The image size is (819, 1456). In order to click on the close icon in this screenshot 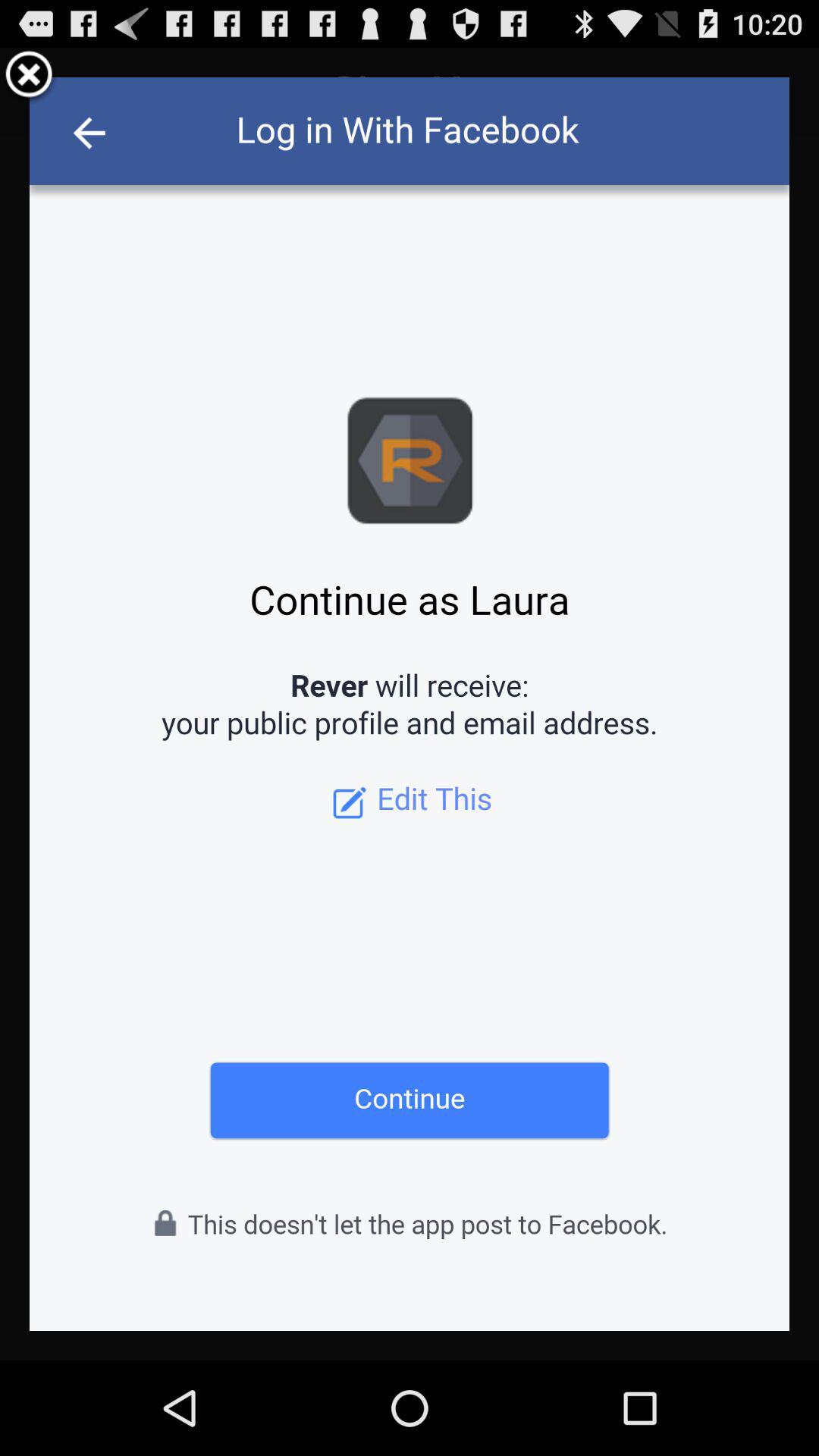, I will do `click(29, 81)`.